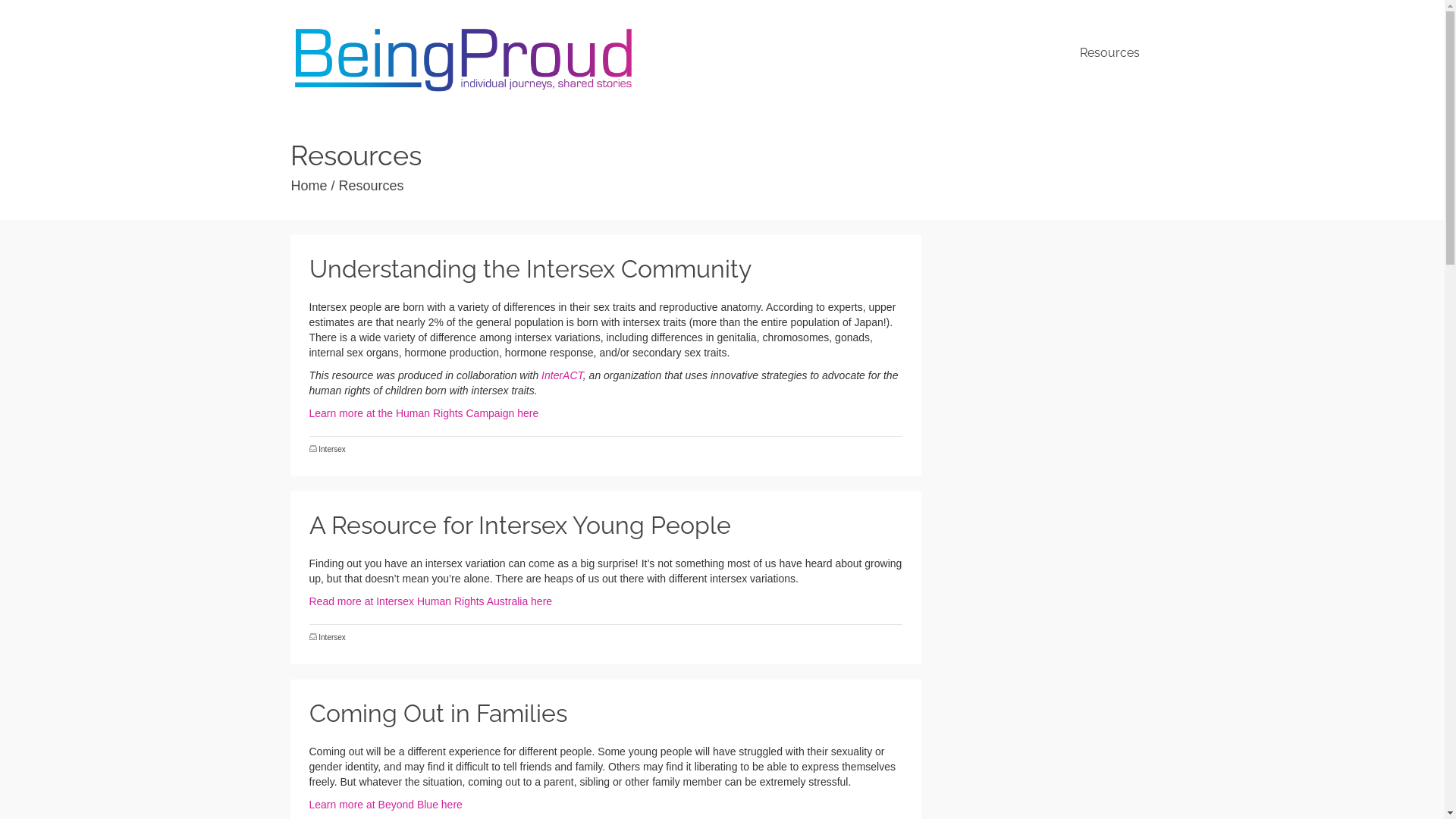  I want to click on 'Home', so click(309, 185).